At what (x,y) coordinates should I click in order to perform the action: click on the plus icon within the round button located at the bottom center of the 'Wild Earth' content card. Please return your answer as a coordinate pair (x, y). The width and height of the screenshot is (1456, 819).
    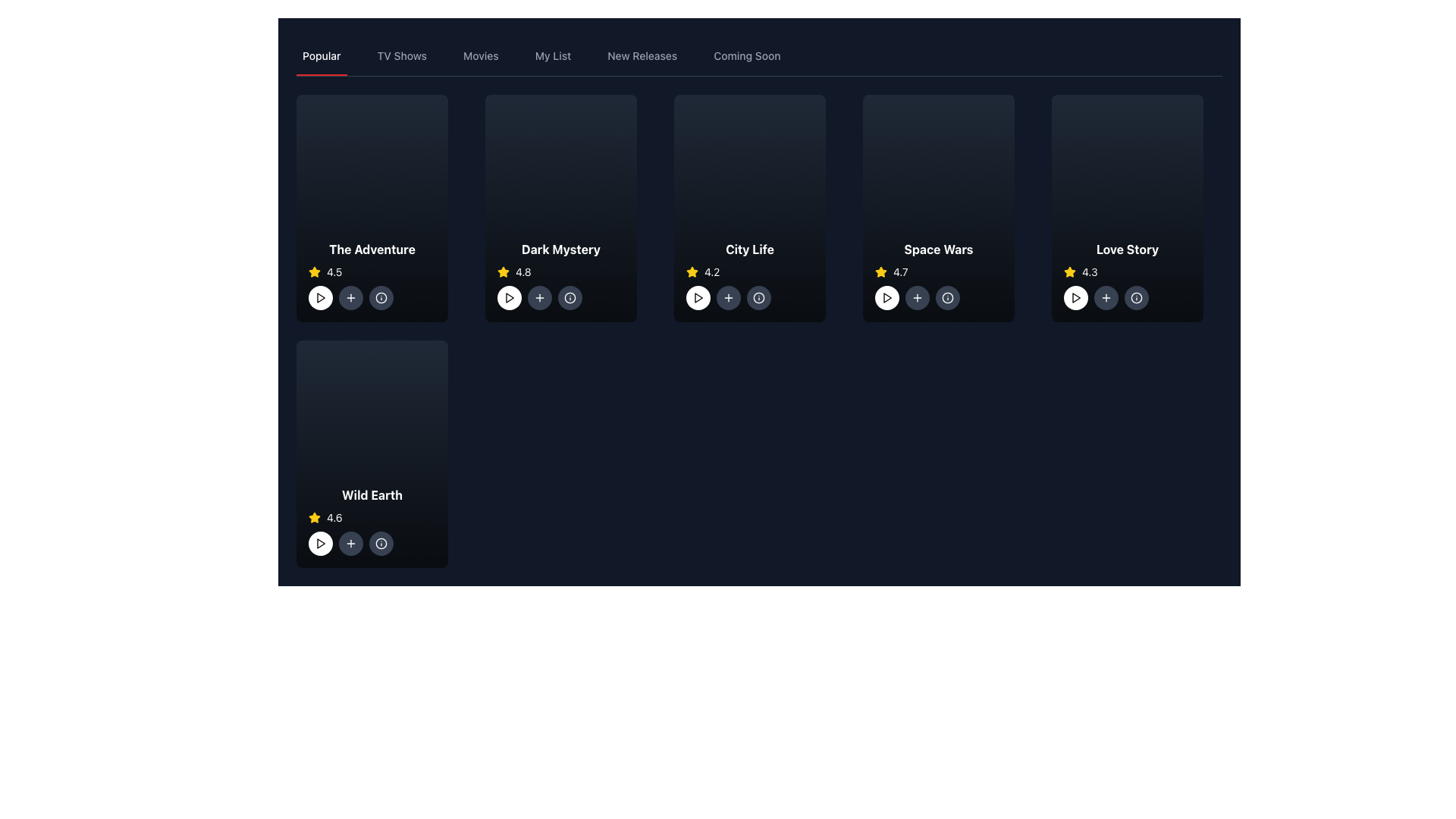
    Looking at the image, I should click on (350, 543).